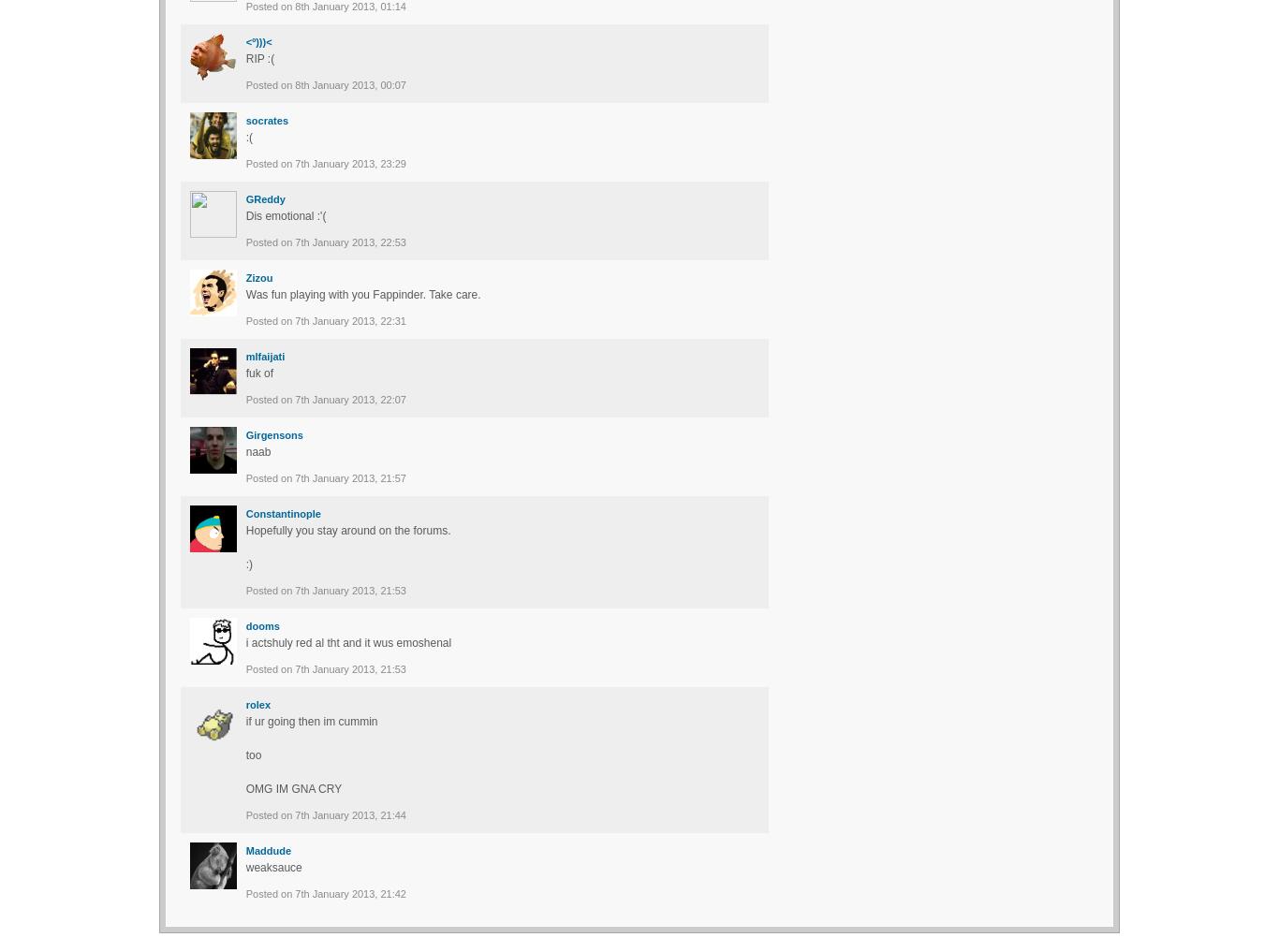  What do you see at coordinates (244, 433) in the screenshot?
I see `'Girgensons'` at bounding box center [244, 433].